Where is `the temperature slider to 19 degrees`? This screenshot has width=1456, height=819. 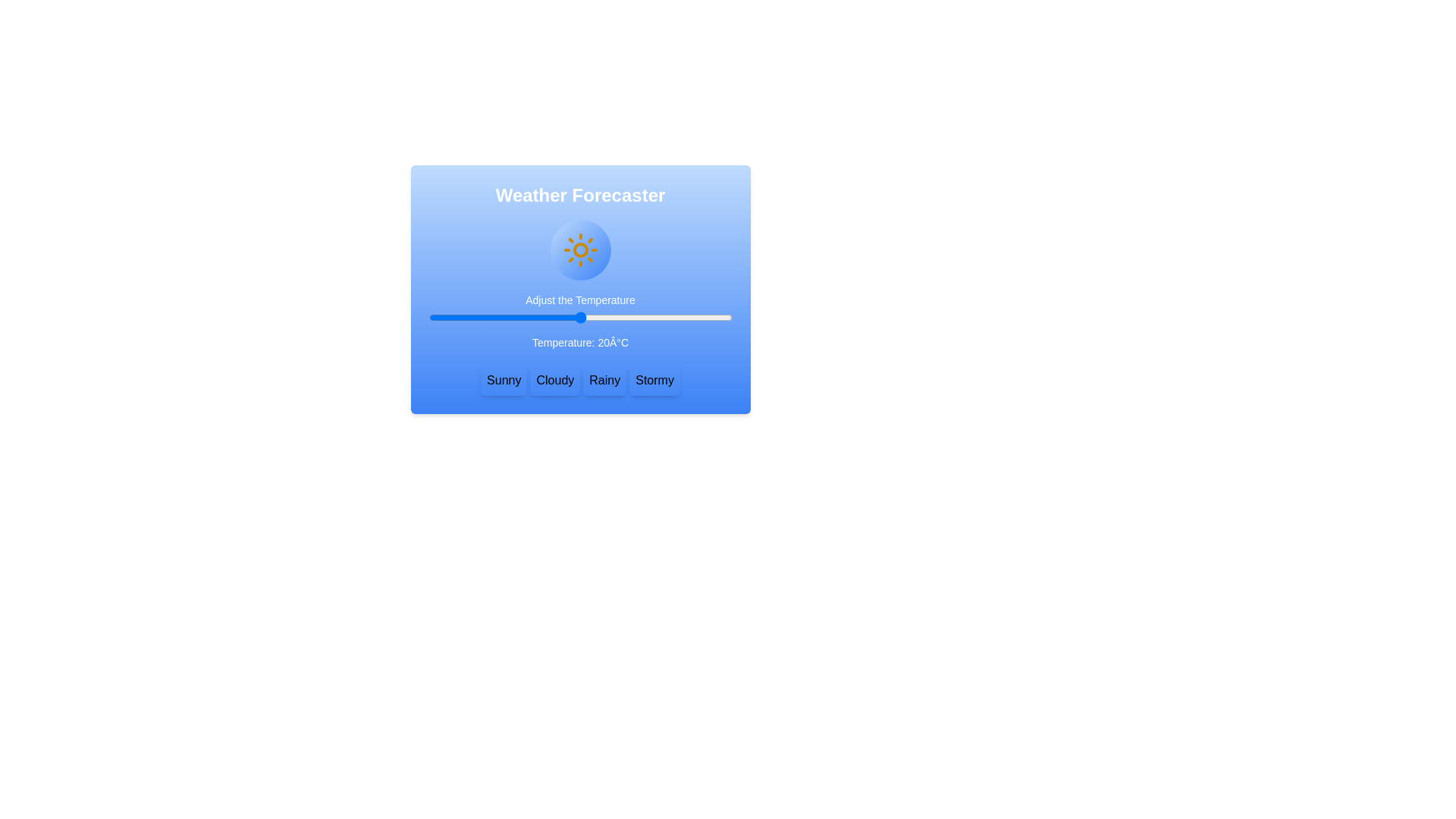
the temperature slider to 19 degrees is located at coordinates (574, 317).